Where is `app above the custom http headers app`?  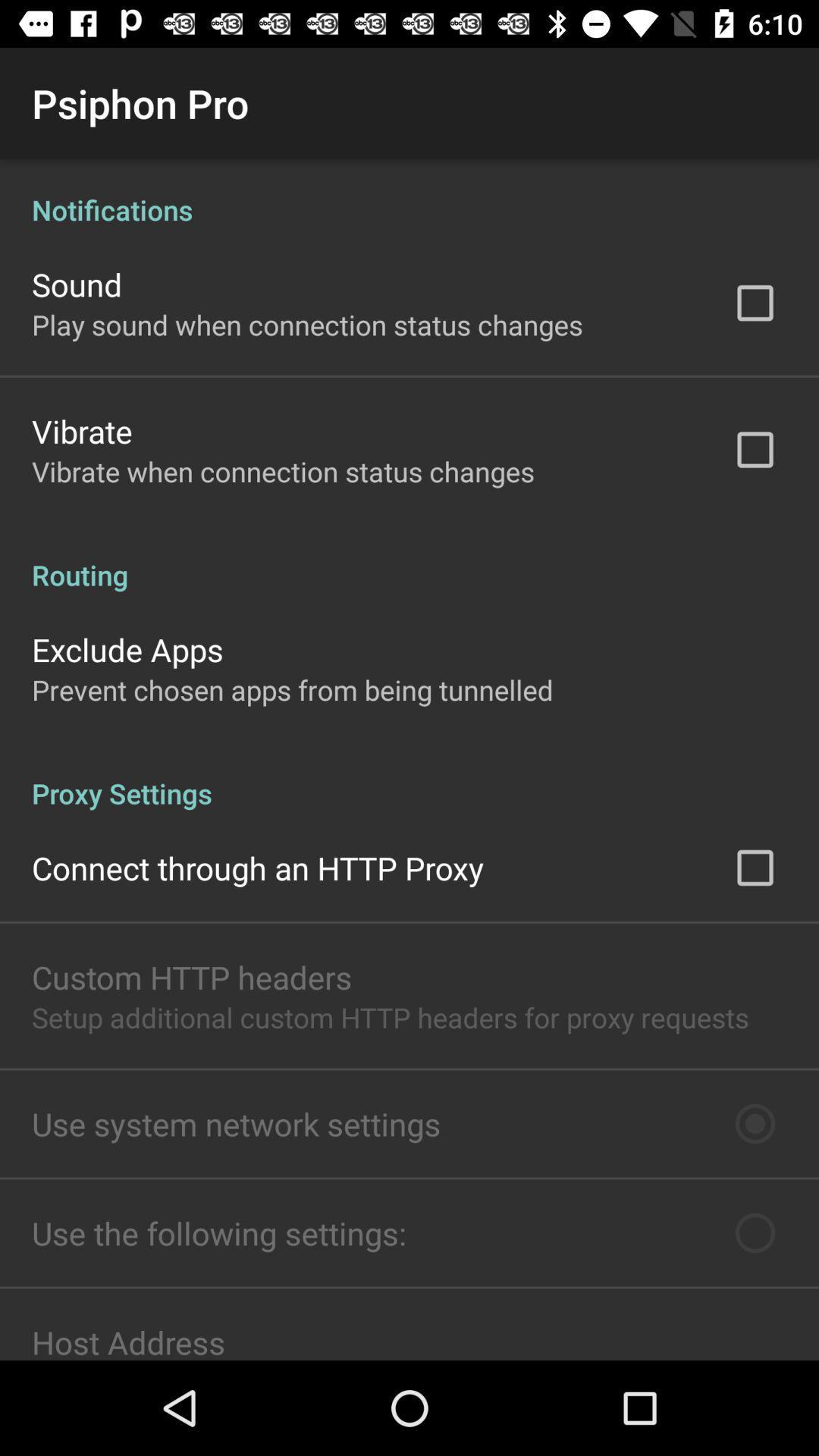
app above the custom http headers app is located at coordinates (257, 868).